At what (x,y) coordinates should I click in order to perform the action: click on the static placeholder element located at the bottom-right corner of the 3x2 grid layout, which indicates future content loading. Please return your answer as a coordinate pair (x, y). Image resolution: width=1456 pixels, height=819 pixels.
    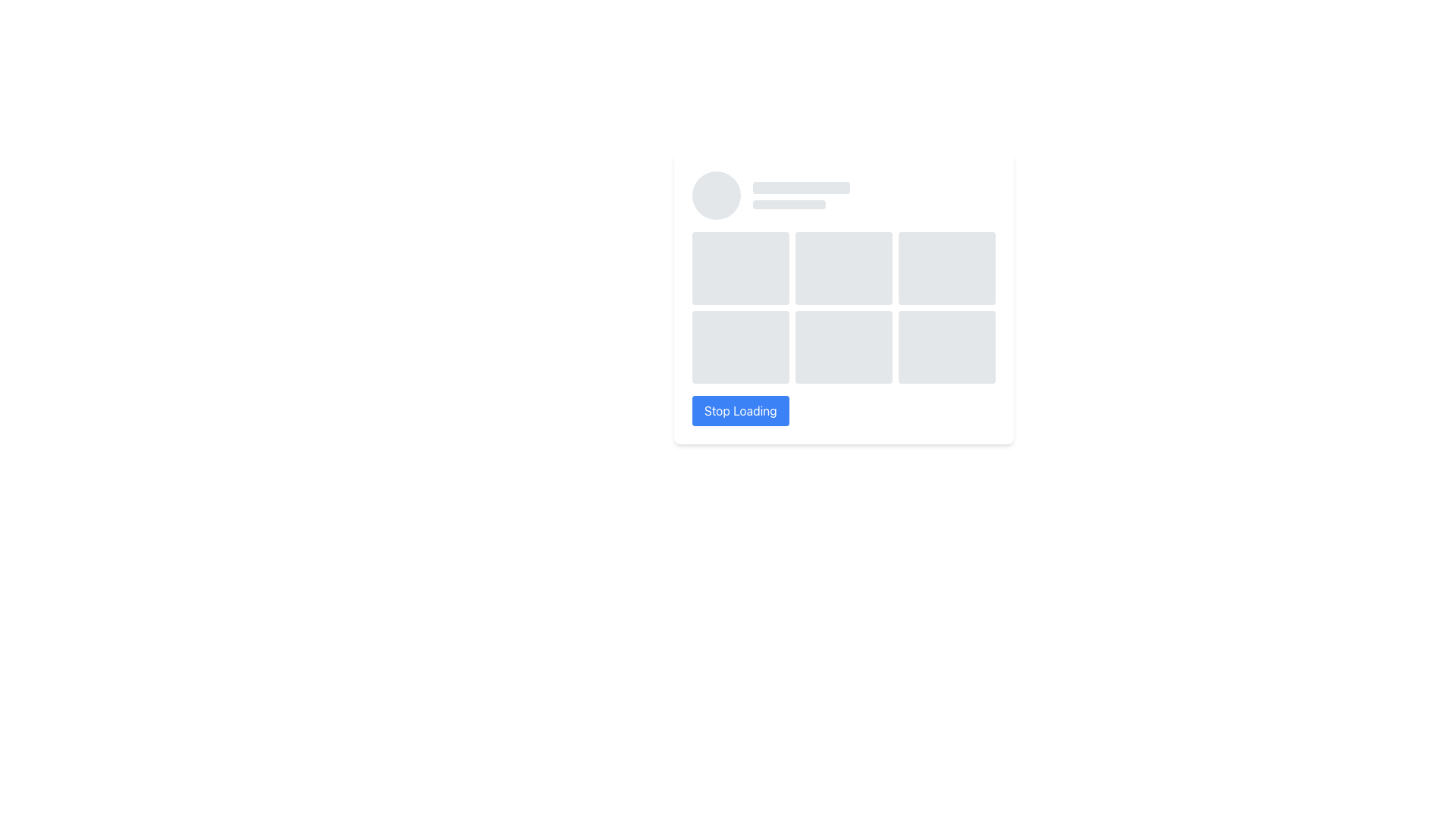
    Looking at the image, I should click on (946, 347).